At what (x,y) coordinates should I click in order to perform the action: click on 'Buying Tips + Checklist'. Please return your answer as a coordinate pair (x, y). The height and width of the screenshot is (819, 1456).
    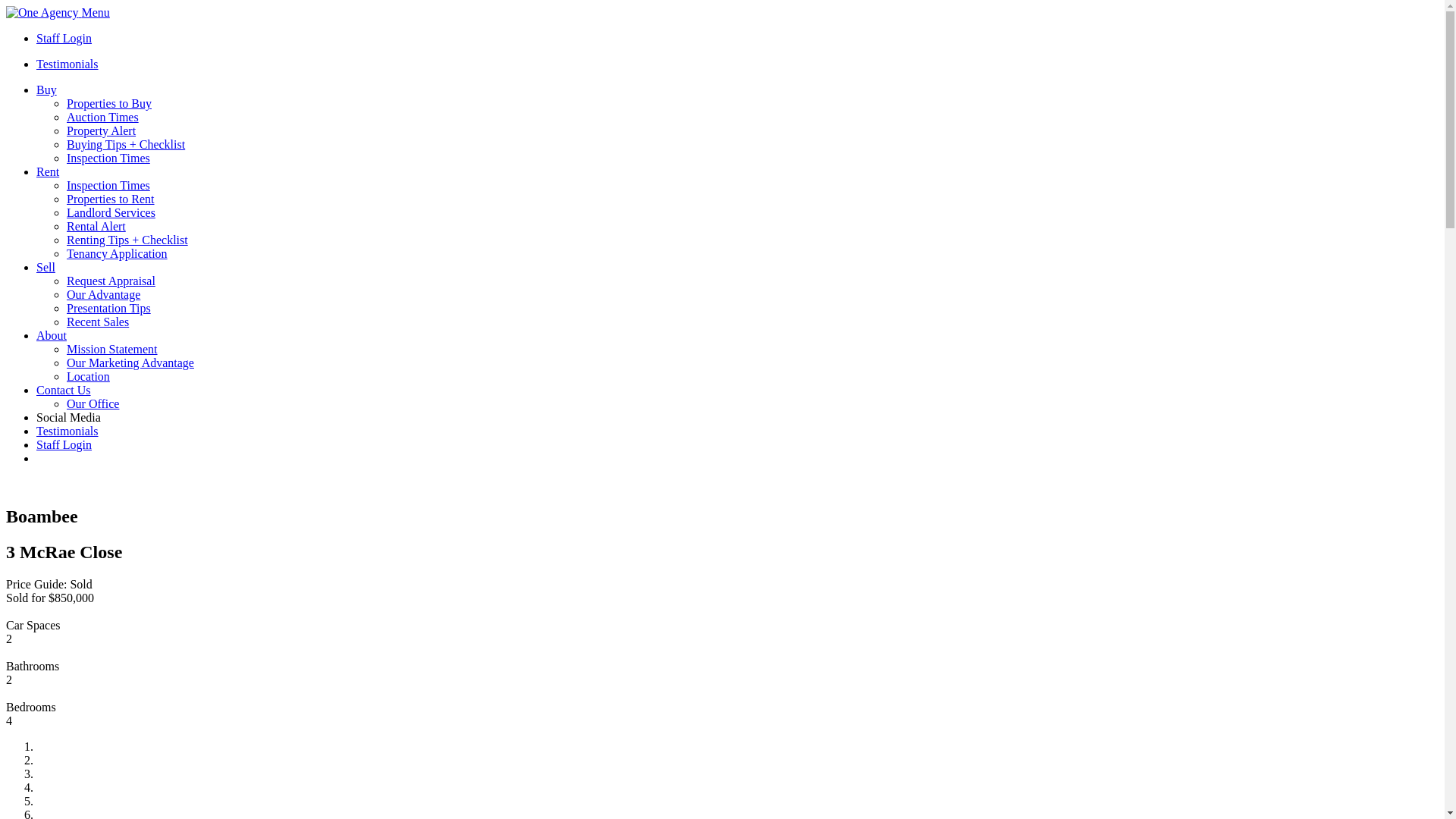
    Looking at the image, I should click on (65, 144).